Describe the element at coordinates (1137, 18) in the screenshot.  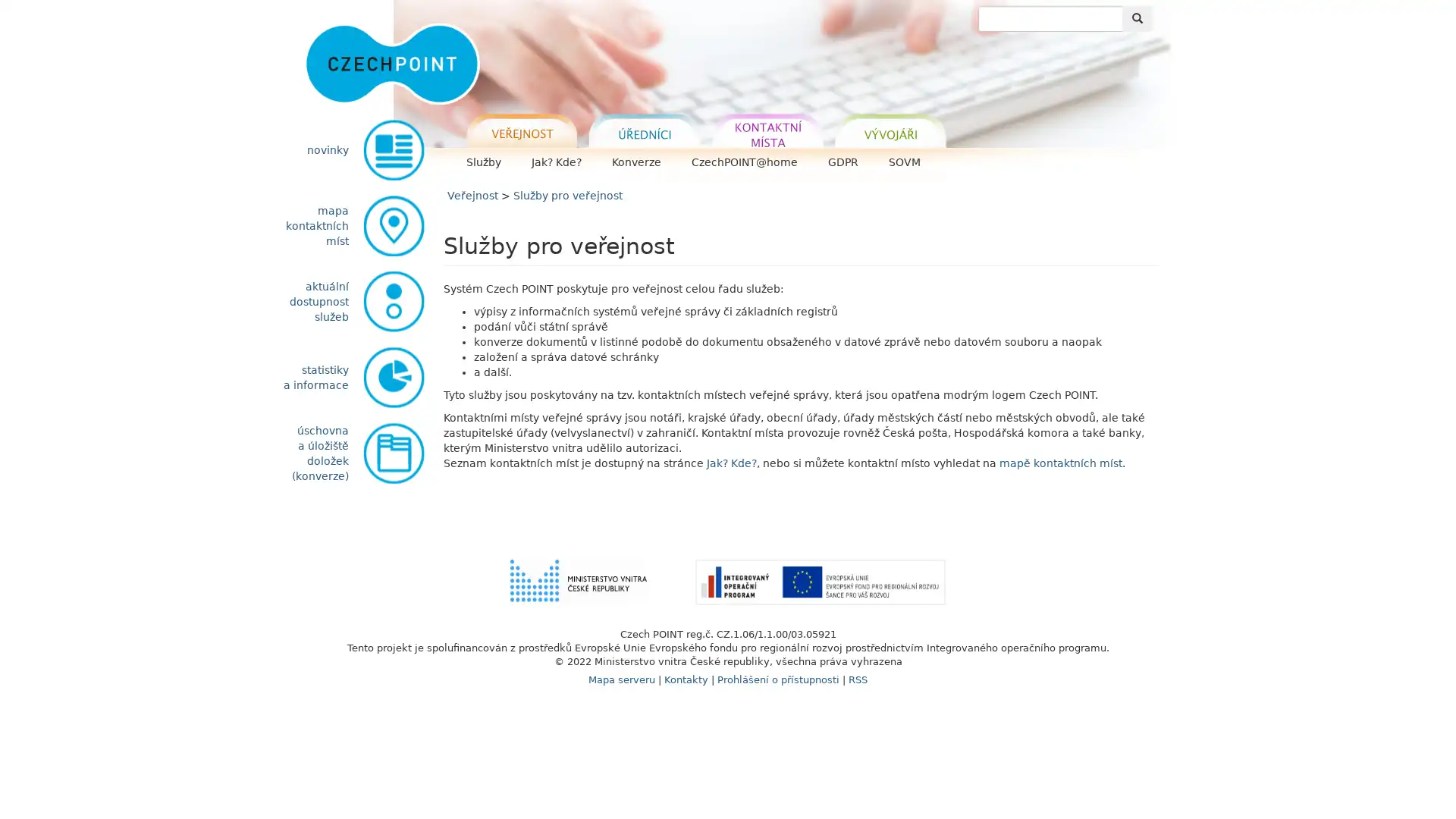
I see `Odeslat` at that location.